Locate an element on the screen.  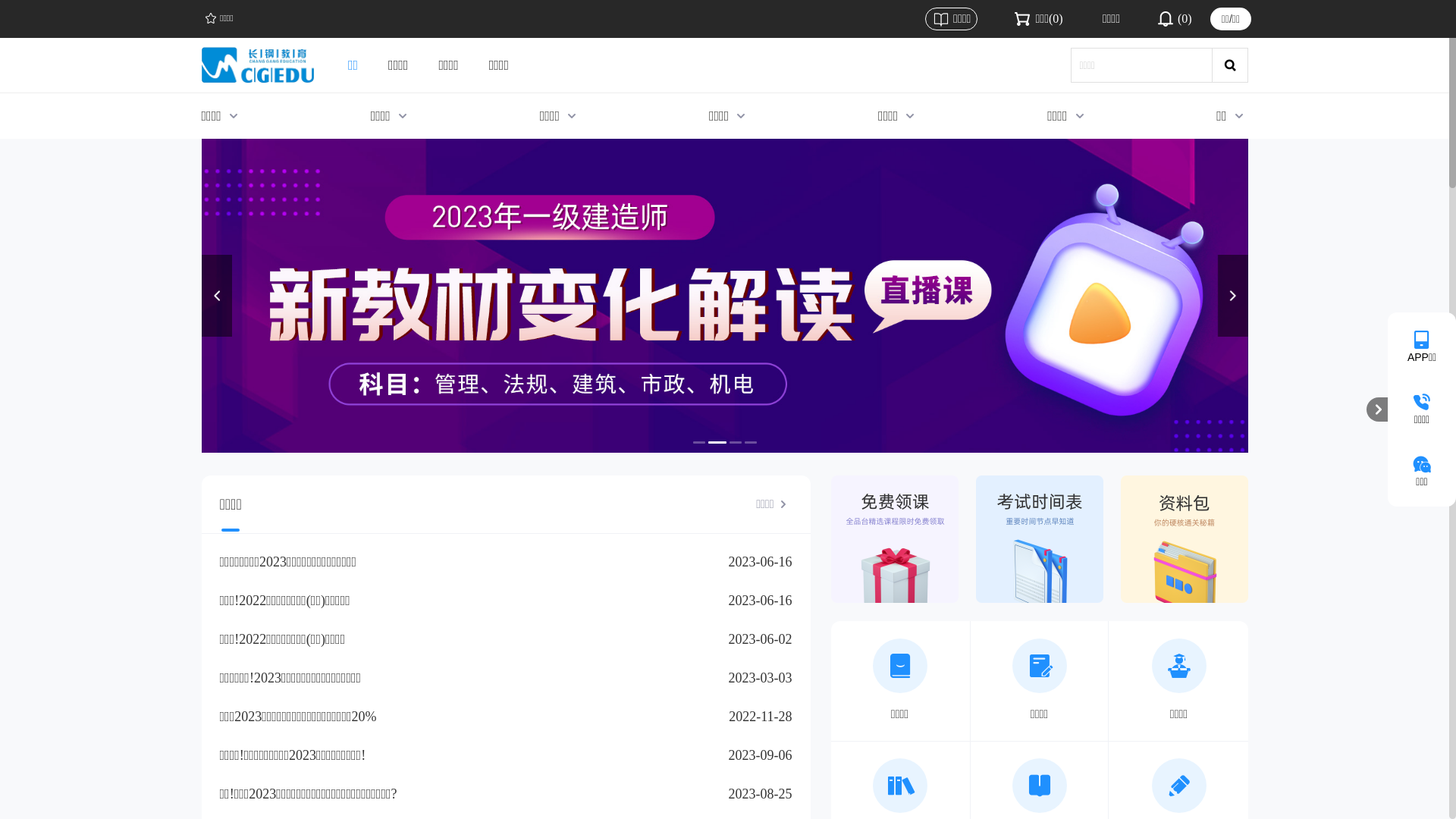
'4' is located at coordinates (743, 442).